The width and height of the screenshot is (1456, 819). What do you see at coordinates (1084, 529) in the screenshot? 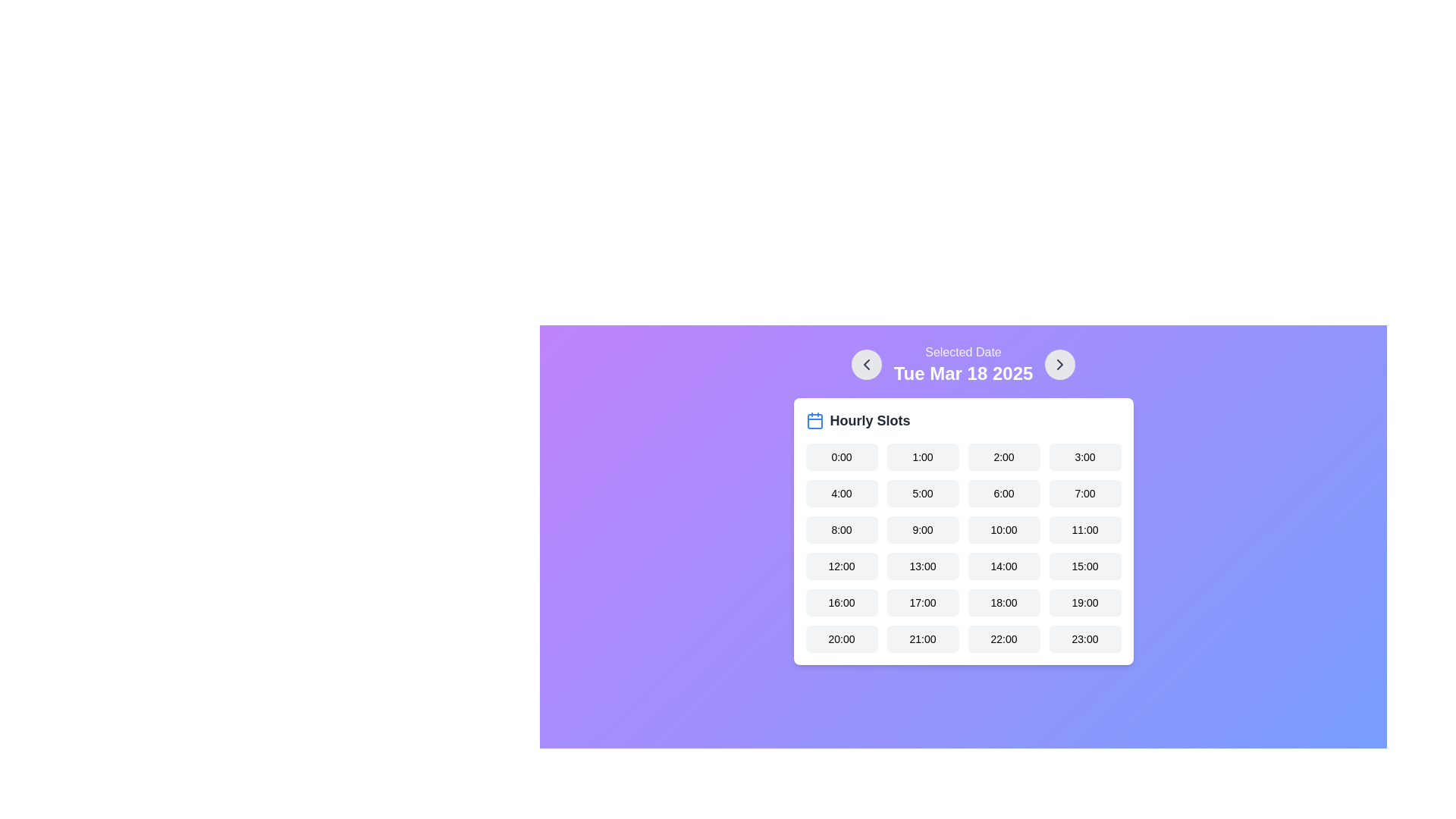
I see `the button labeled '11:00'` at bounding box center [1084, 529].